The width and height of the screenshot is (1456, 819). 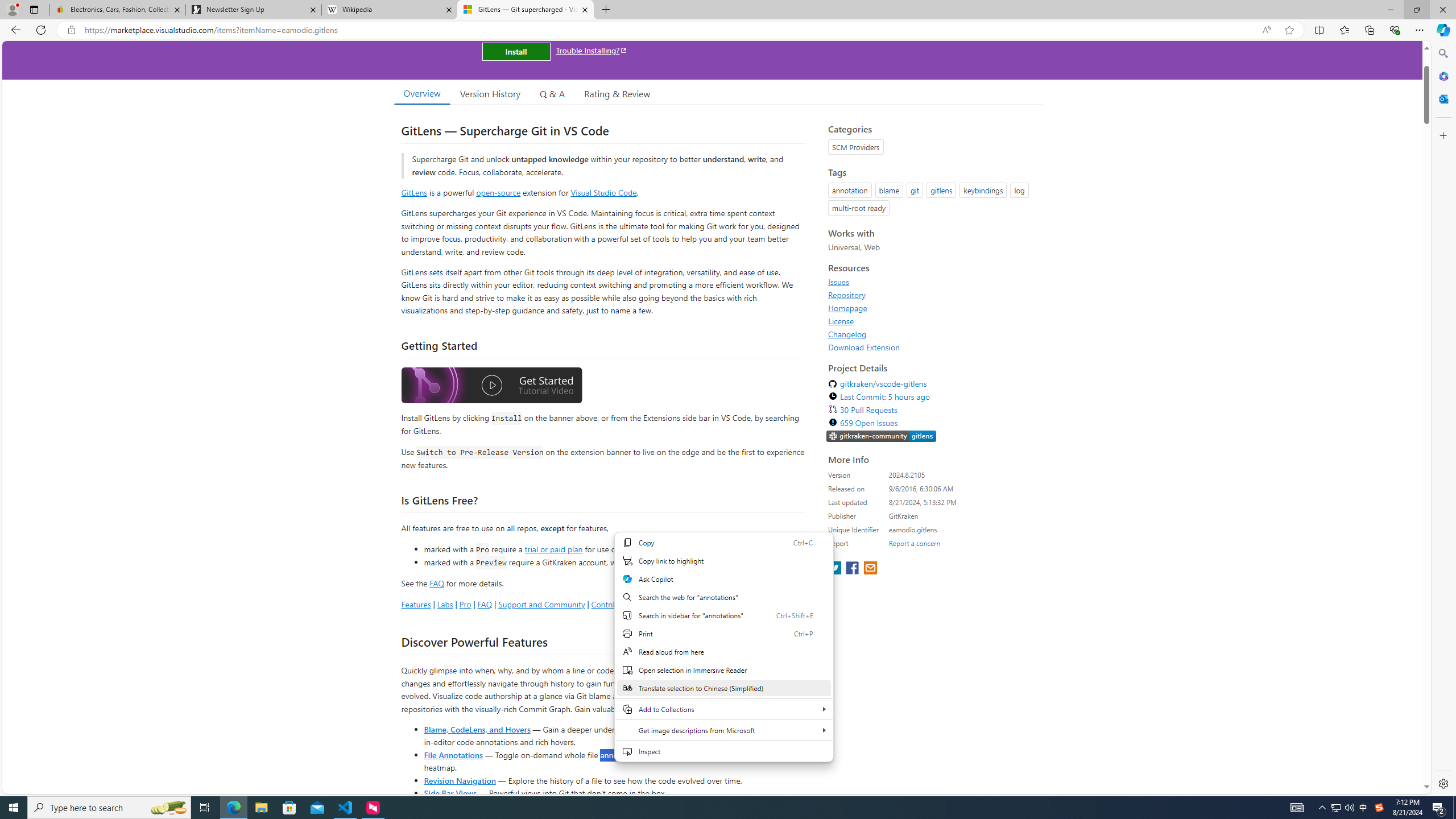 What do you see at coordinates (614, 603) in the screenshot?
I see `'Contributing'` at bounding box center [614, 603].